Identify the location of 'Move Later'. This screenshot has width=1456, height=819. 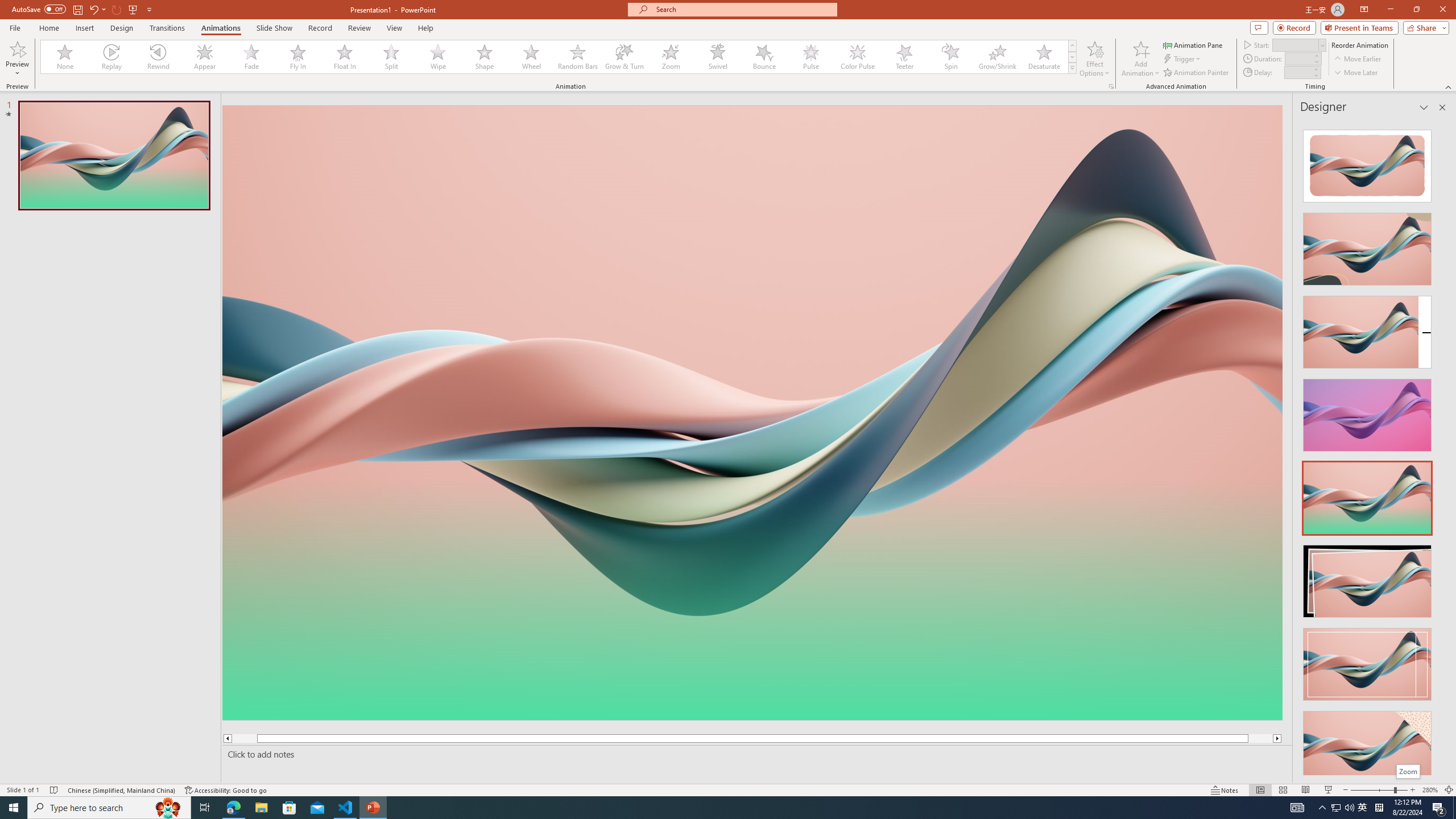
(1356, 72).